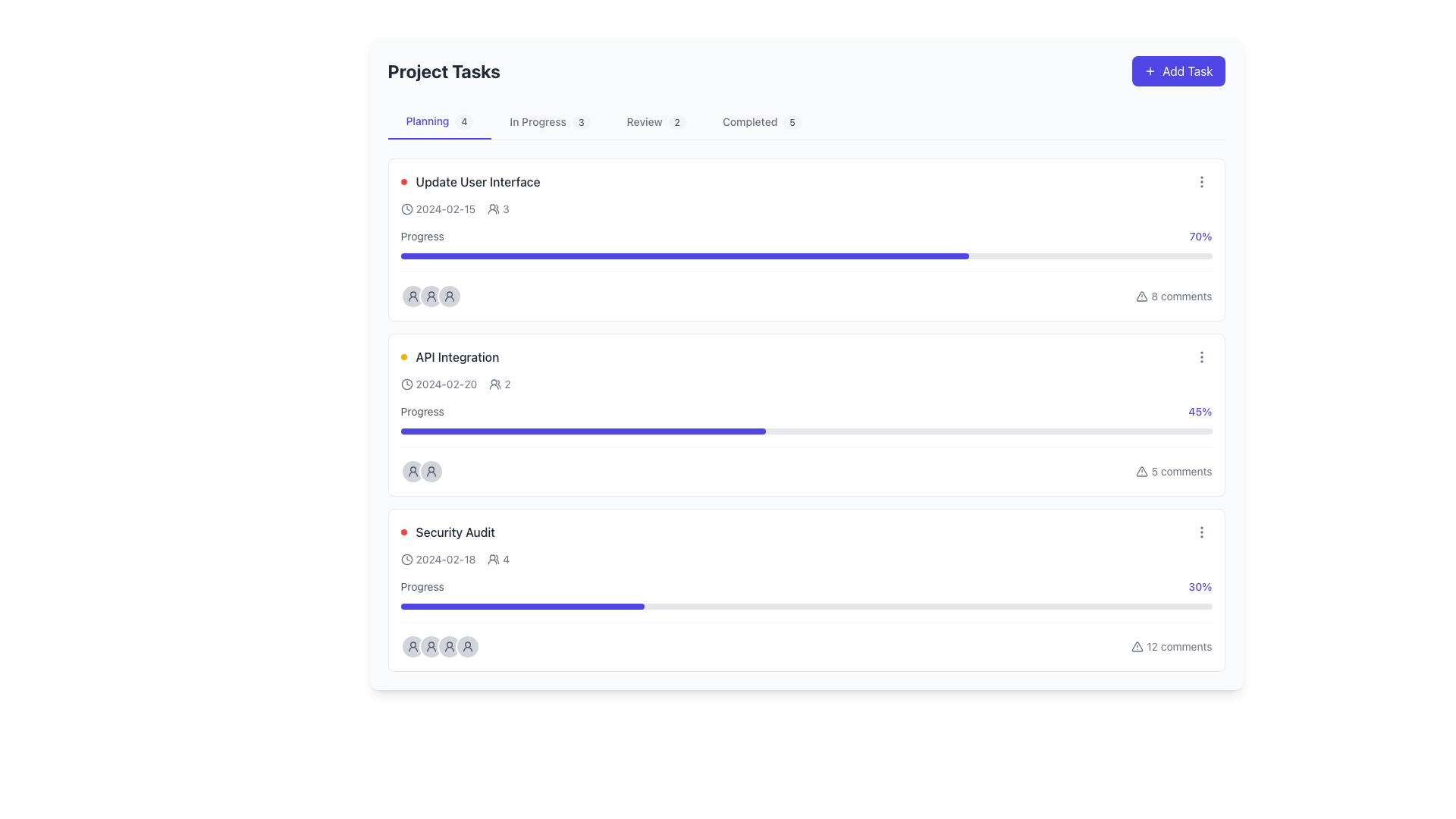 The width and height of the screenshot is (1456, 819). I want to click on the user's avatar icon located in the rightmost position of the row of four user avatars within the 'Security Audit' task card, so click(413, 646).